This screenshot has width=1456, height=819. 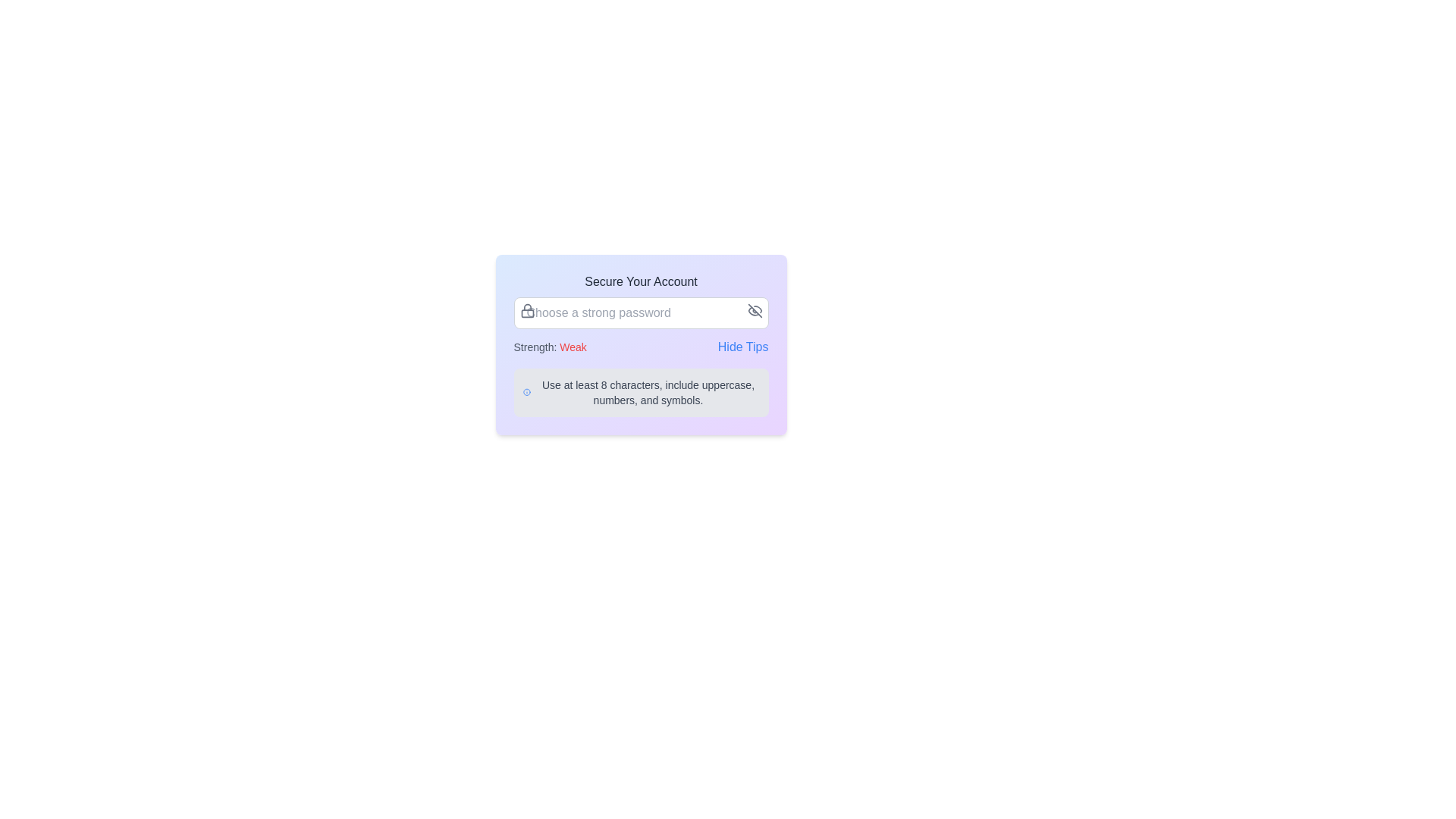 What do you see at coordinates (641, 312) in the screenshot?
I see `the text input field styled with a rounded border that has a placeholder text 'Choose a strong password'` at bounding box center [641, 312].